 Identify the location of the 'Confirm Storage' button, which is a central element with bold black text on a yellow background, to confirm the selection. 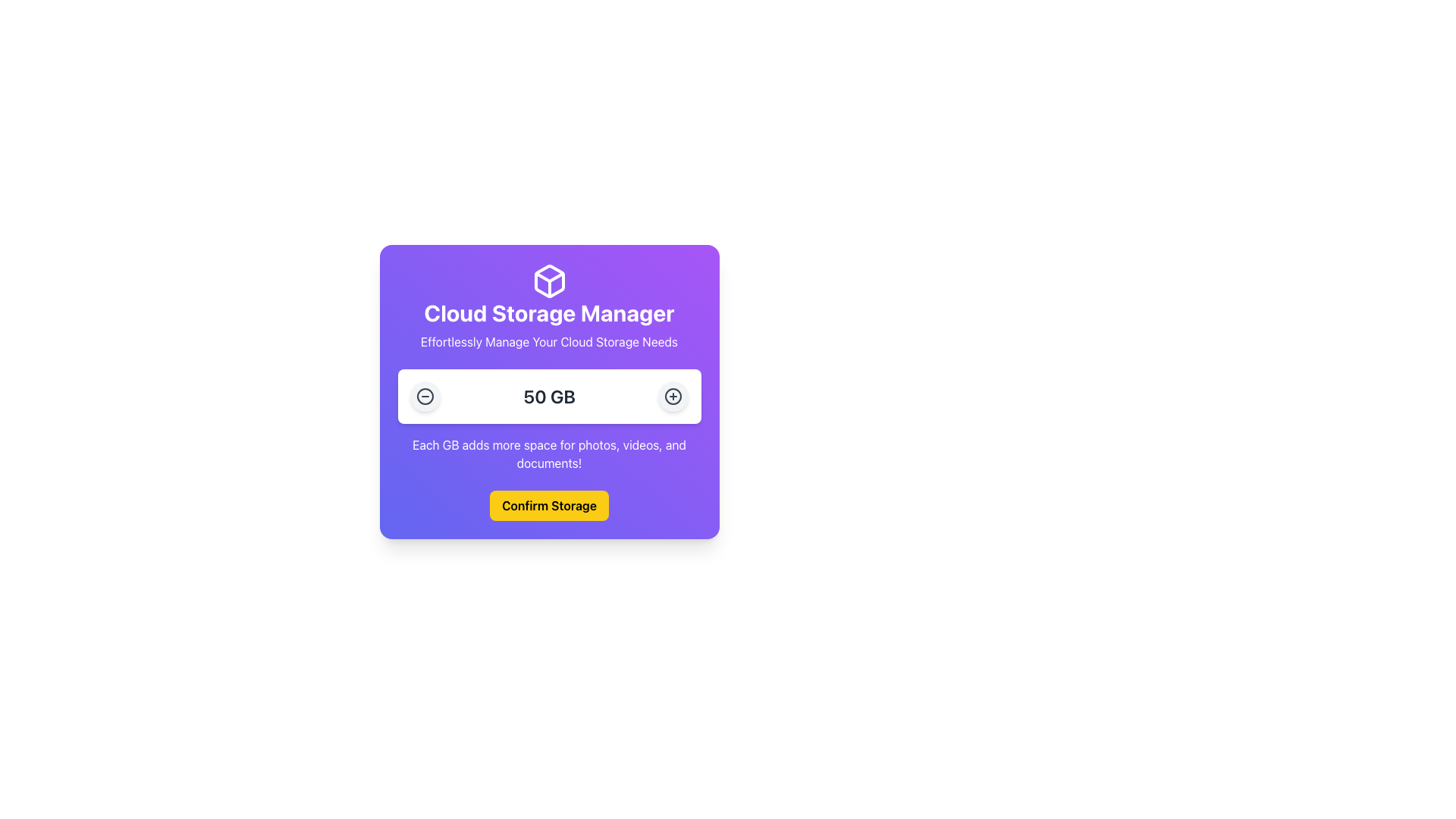
(548, 506).